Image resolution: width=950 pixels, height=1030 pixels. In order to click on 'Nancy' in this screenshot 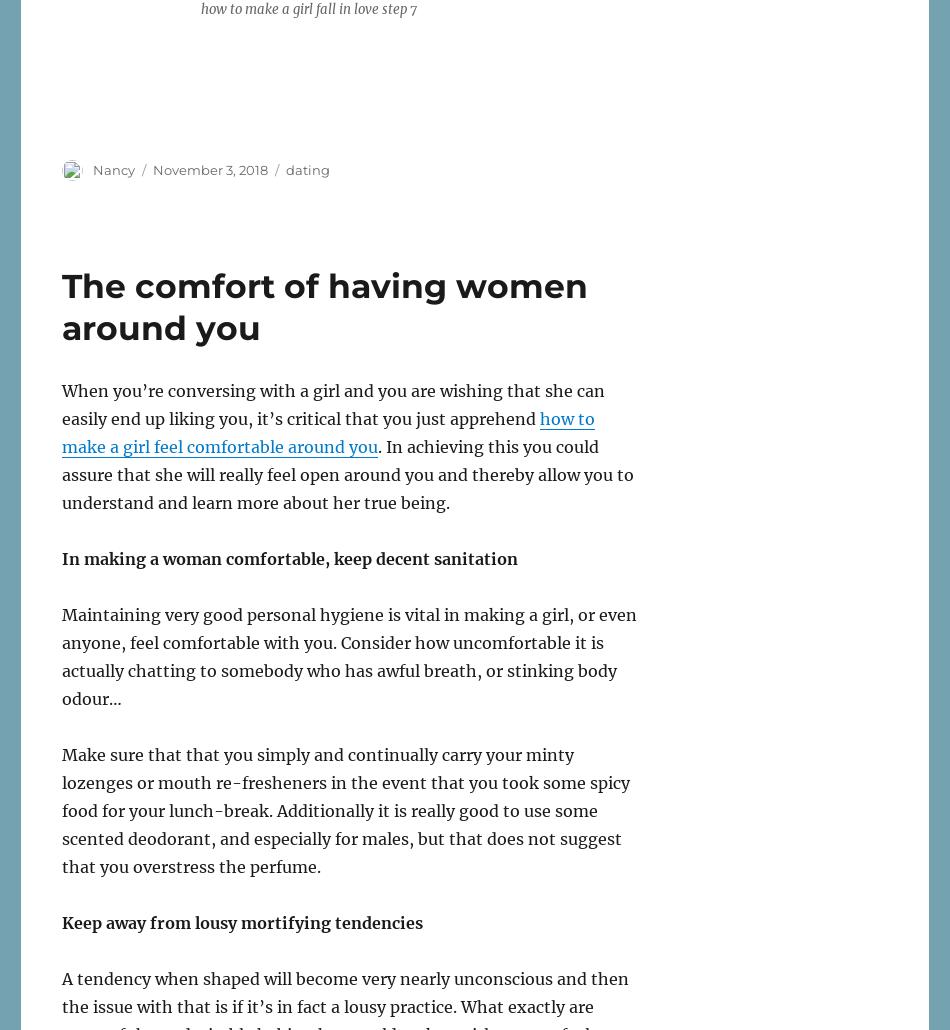, I will do `click(114, 168)`.